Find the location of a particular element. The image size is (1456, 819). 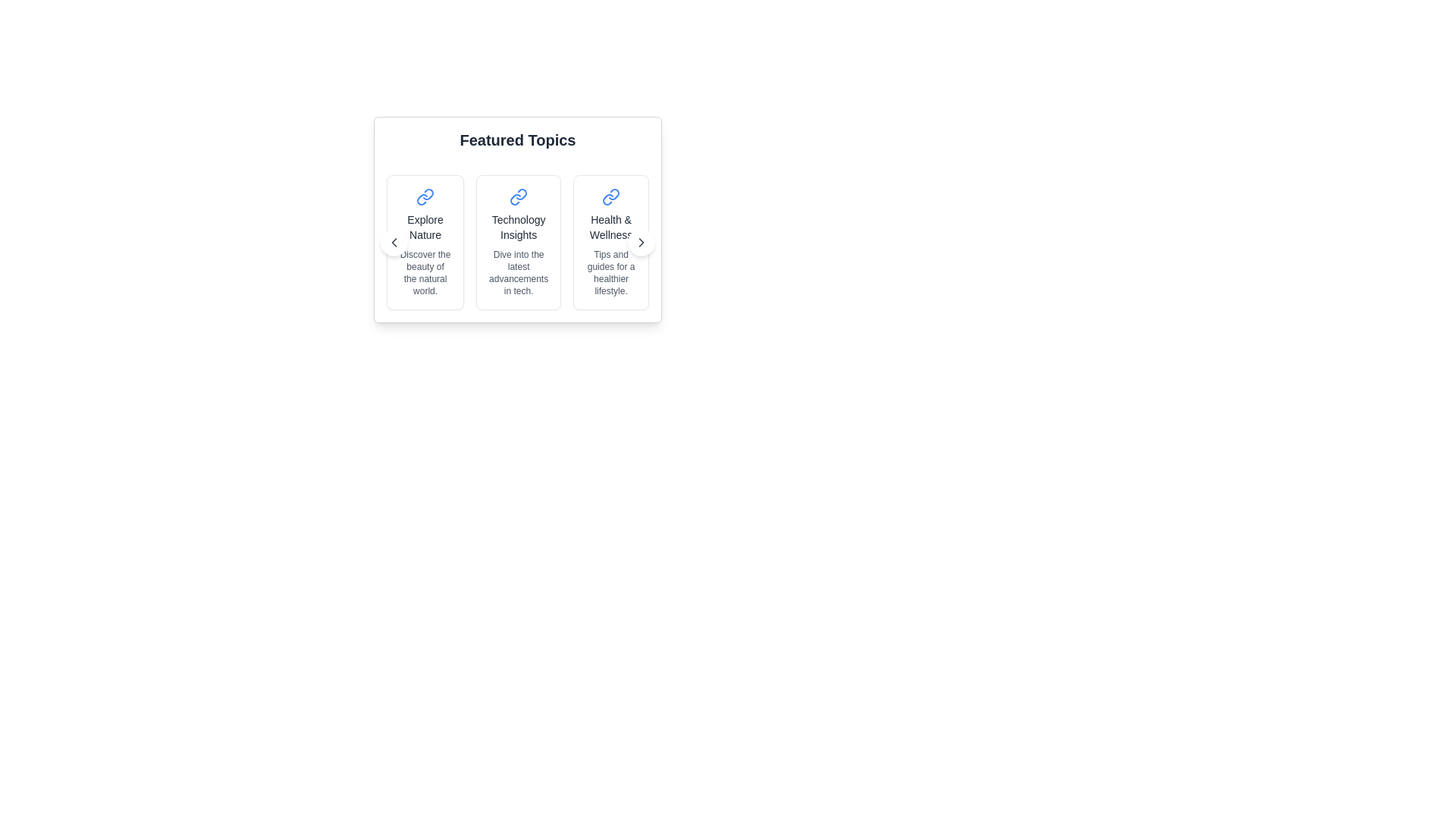

the blue chain link icon located in the first card of the 'Featured Topics' section, which is positioned to the left of the 'Explore Nature' title text is located at coordinates (428, 193).